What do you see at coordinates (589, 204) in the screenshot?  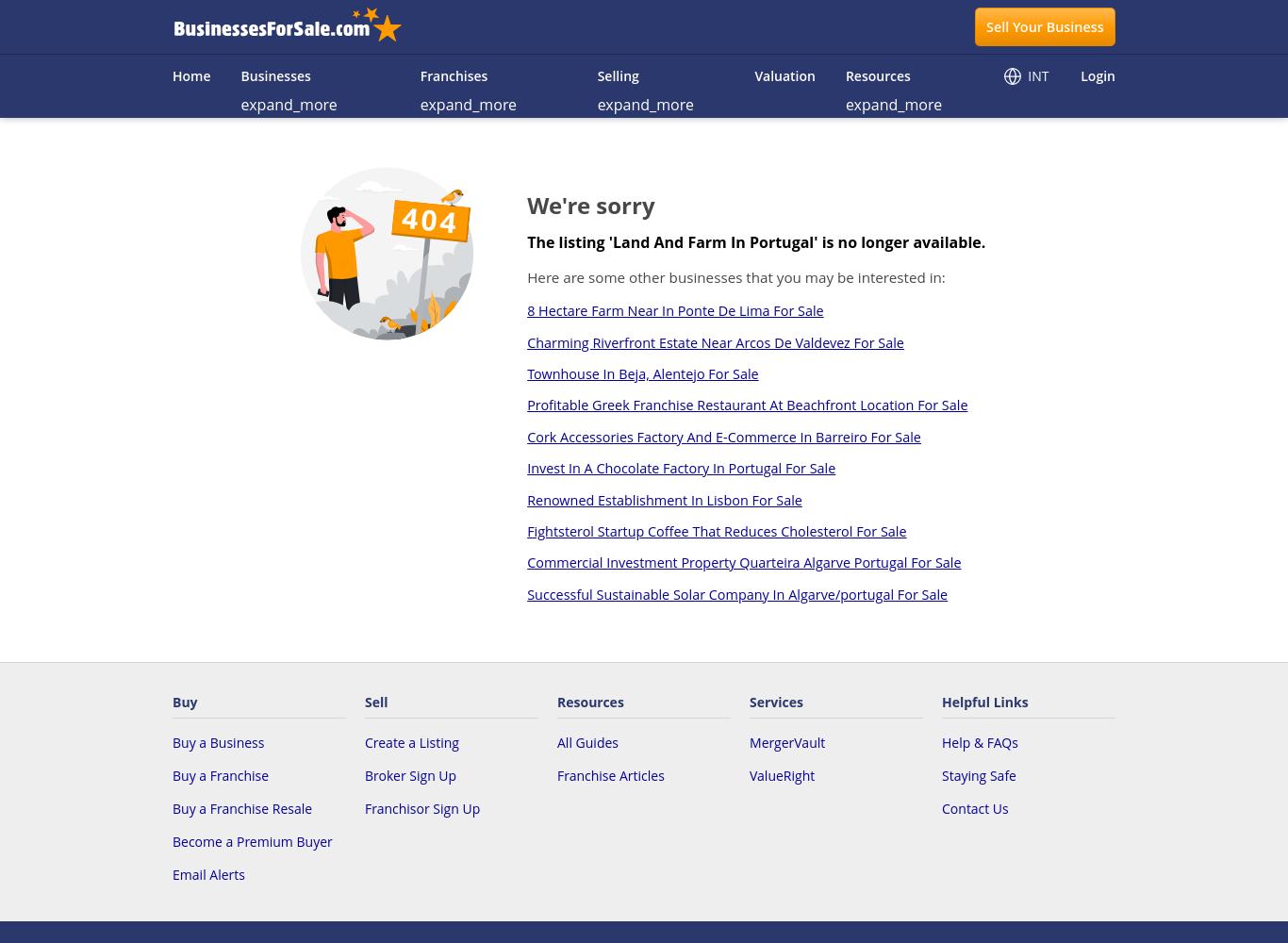 I see `'We're sorry'` at bounding box center [589, 204].